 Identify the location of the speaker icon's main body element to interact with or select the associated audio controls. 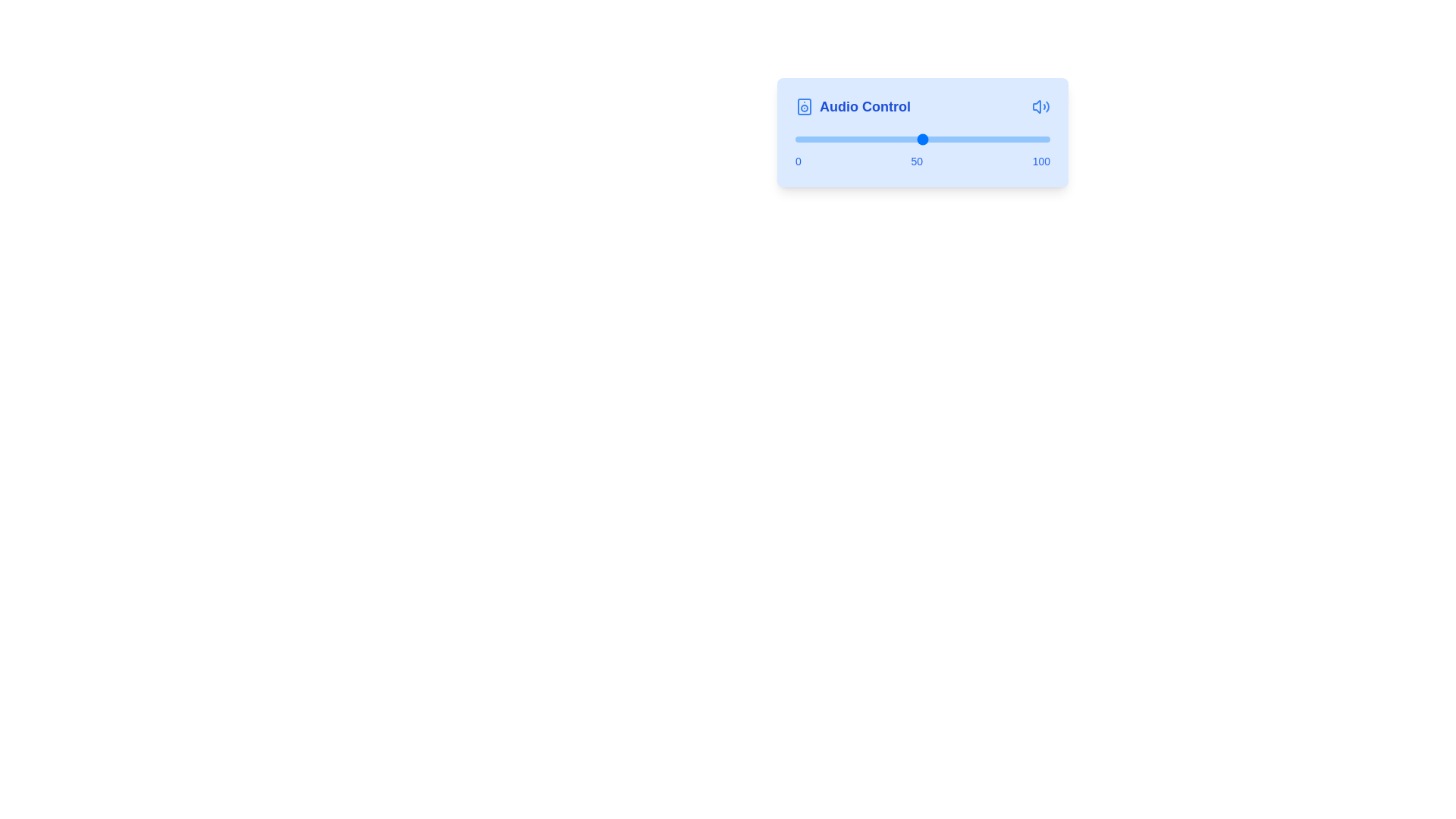
(803, 106).